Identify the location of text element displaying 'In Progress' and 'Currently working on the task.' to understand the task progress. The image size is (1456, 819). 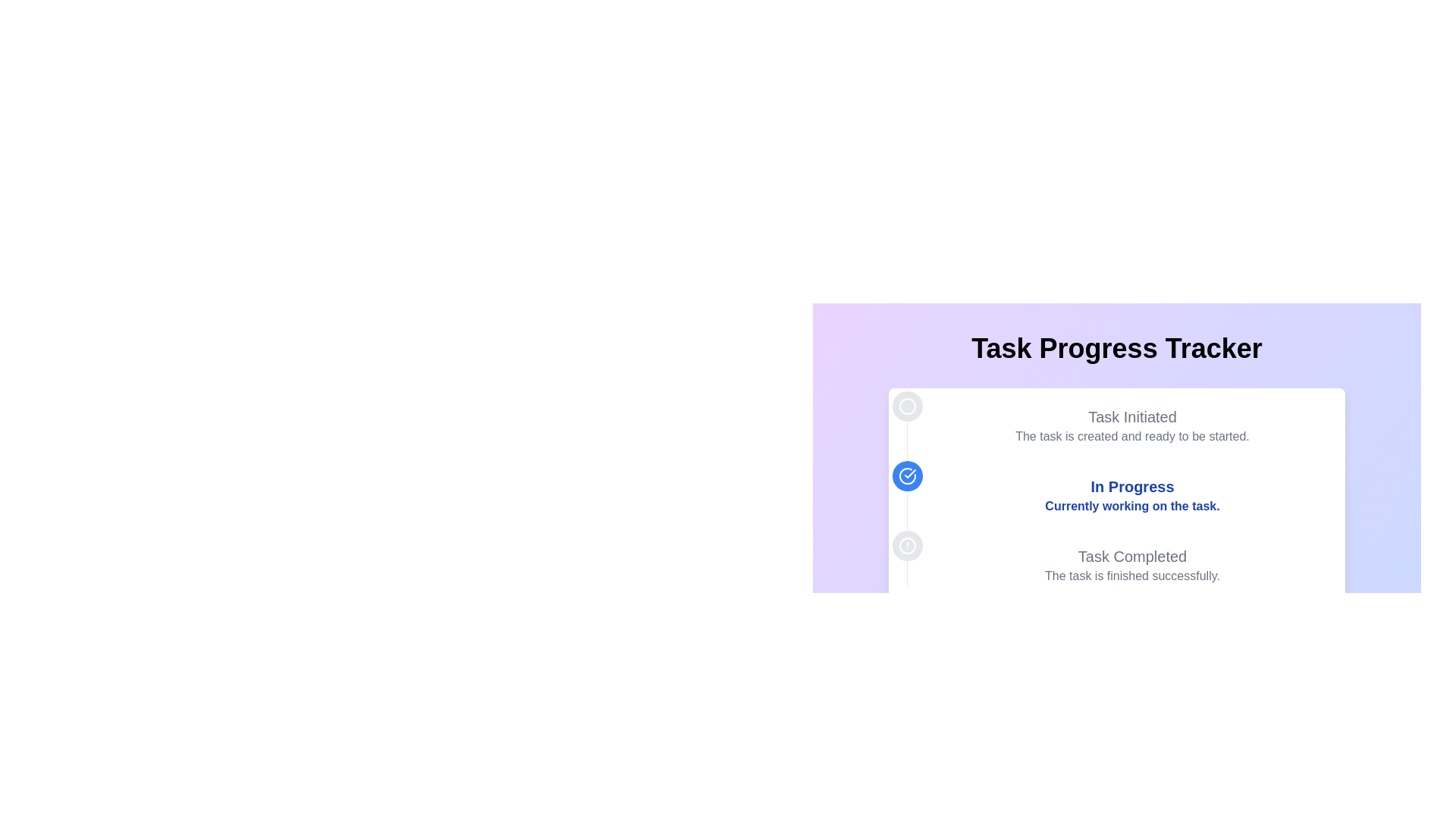
(1117, 496).